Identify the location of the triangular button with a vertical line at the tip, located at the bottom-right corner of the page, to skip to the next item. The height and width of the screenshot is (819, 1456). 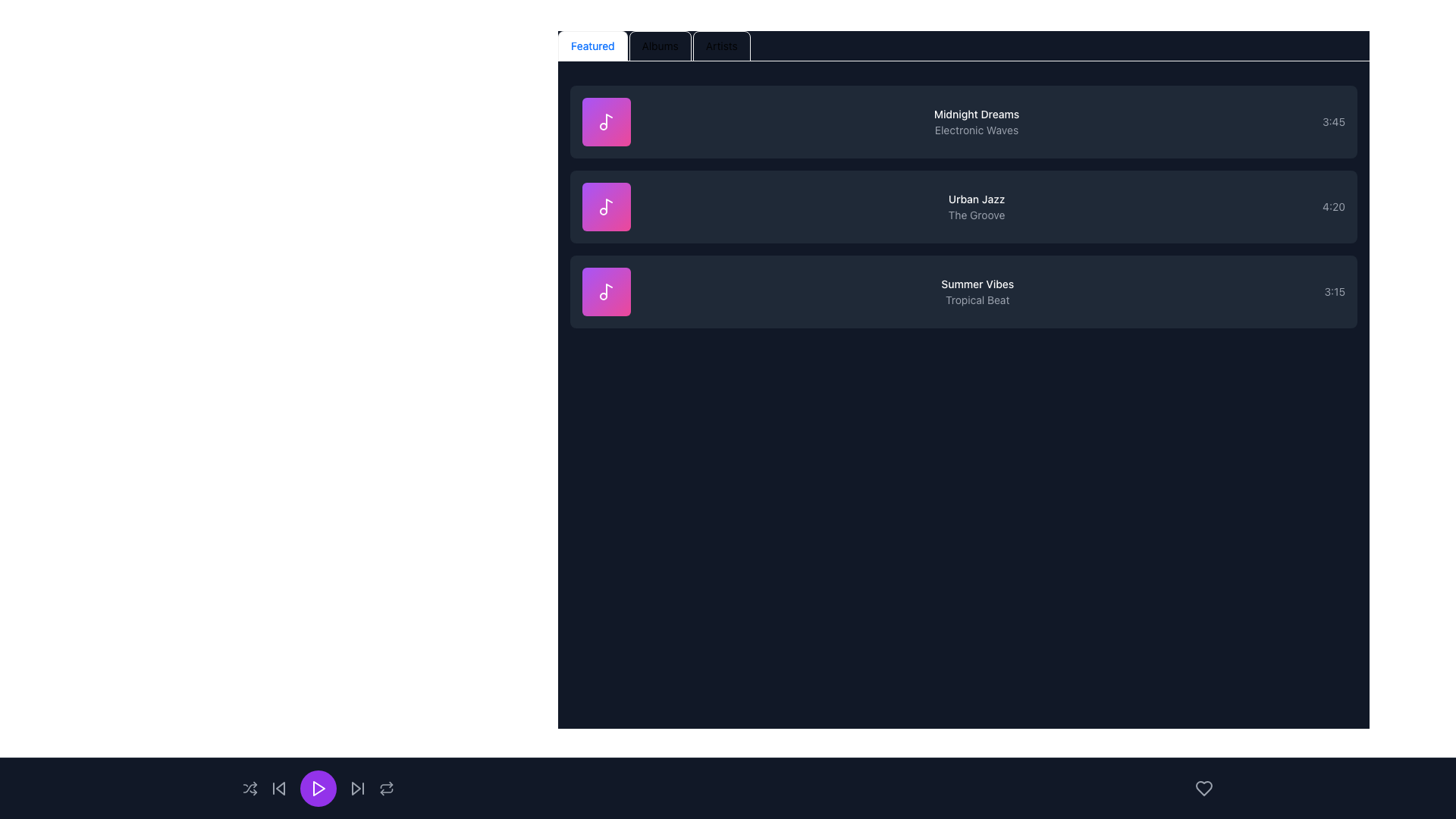
(356, 788).